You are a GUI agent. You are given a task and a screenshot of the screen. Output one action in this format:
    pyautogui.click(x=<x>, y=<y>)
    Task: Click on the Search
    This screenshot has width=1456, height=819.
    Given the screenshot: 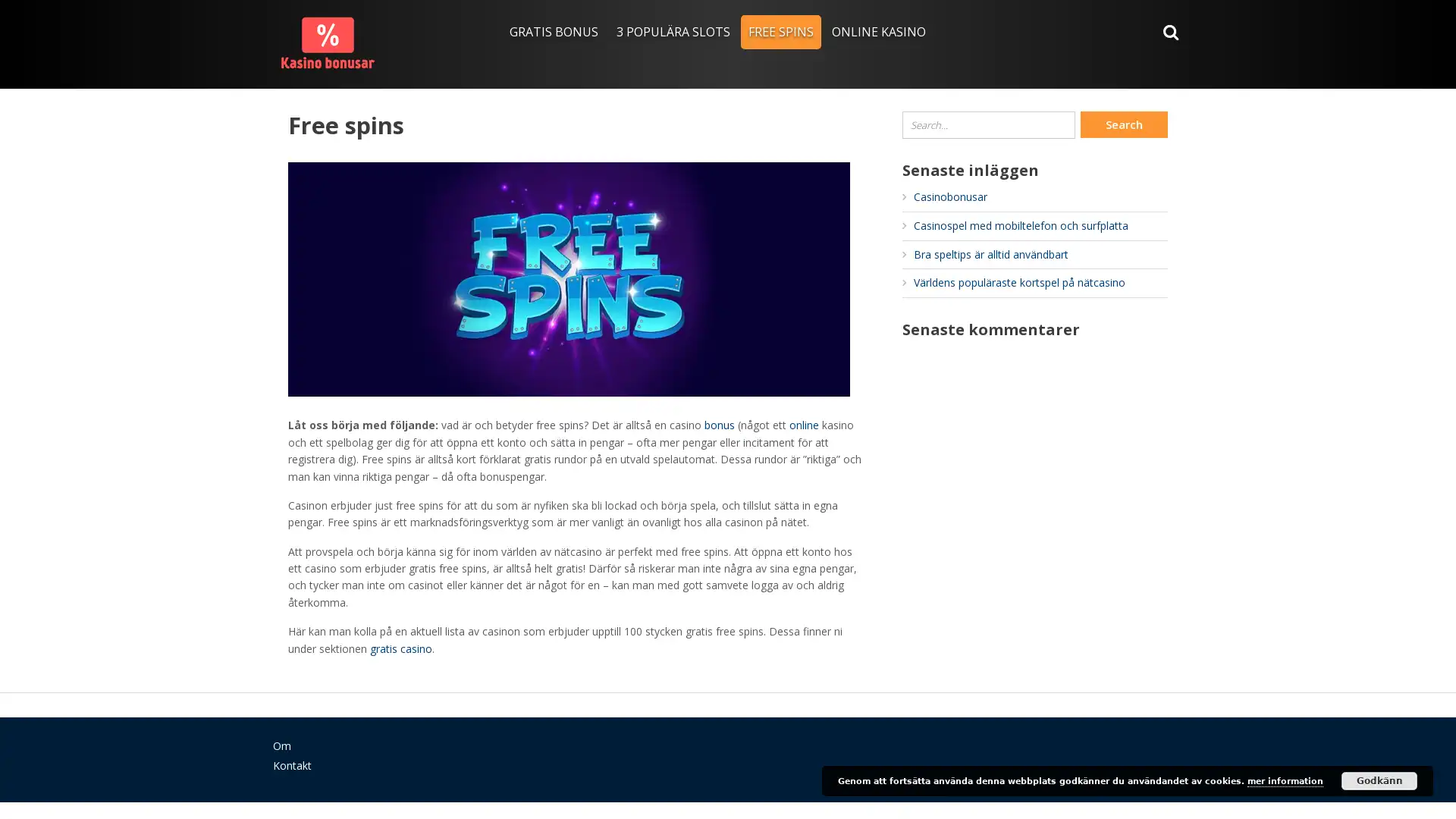 What is the action you would take?
    pyautogui.click(x=1124, y=124)
    